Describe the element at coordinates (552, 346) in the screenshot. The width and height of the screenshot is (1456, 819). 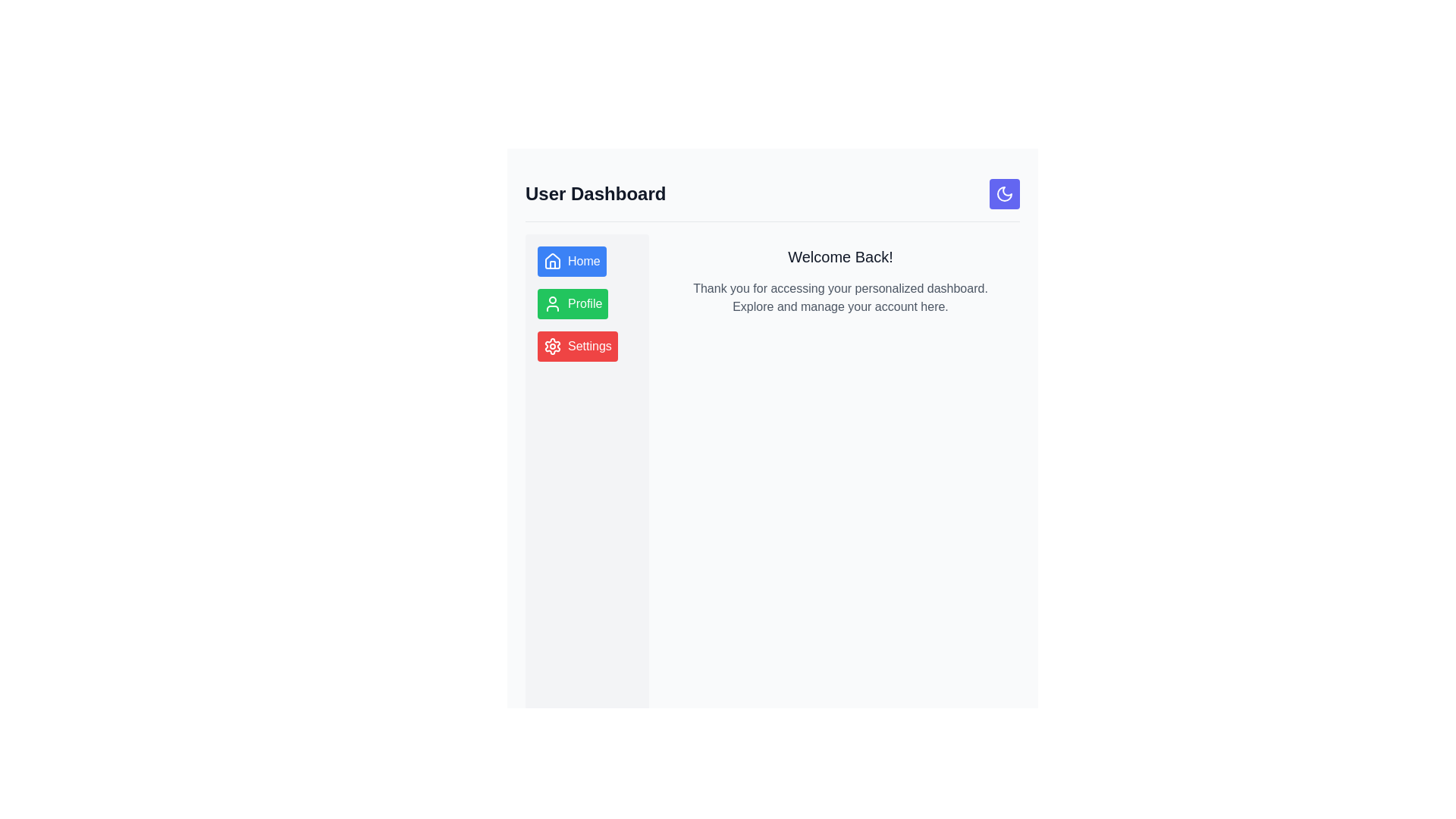
I see `the gear icon associated with settings, which is styled in white on a red circular background` at that location.